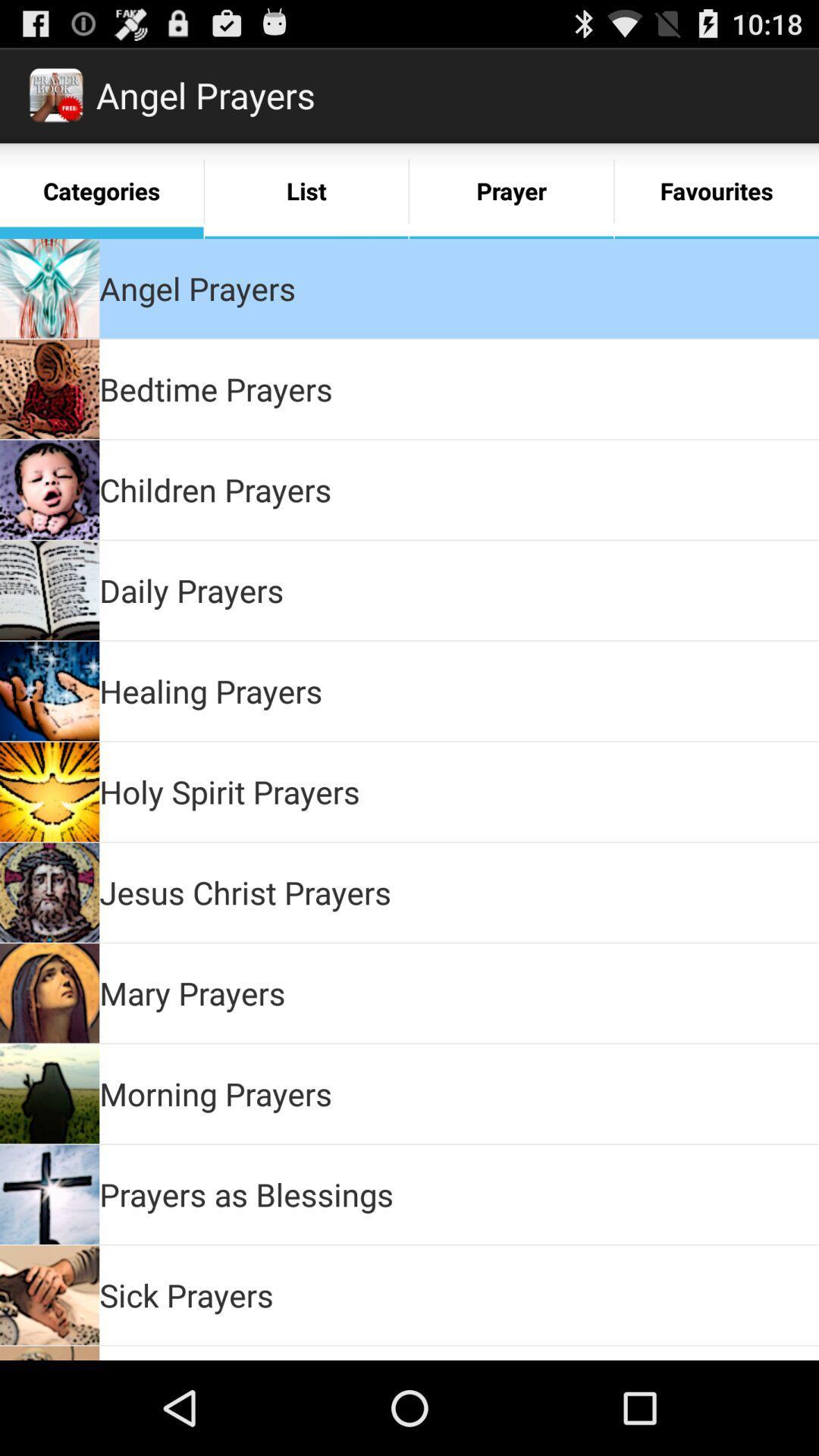  Describe the element at coordinates (246, 1193) in the screenshot. I see `prayers as blessings icon` at that location.